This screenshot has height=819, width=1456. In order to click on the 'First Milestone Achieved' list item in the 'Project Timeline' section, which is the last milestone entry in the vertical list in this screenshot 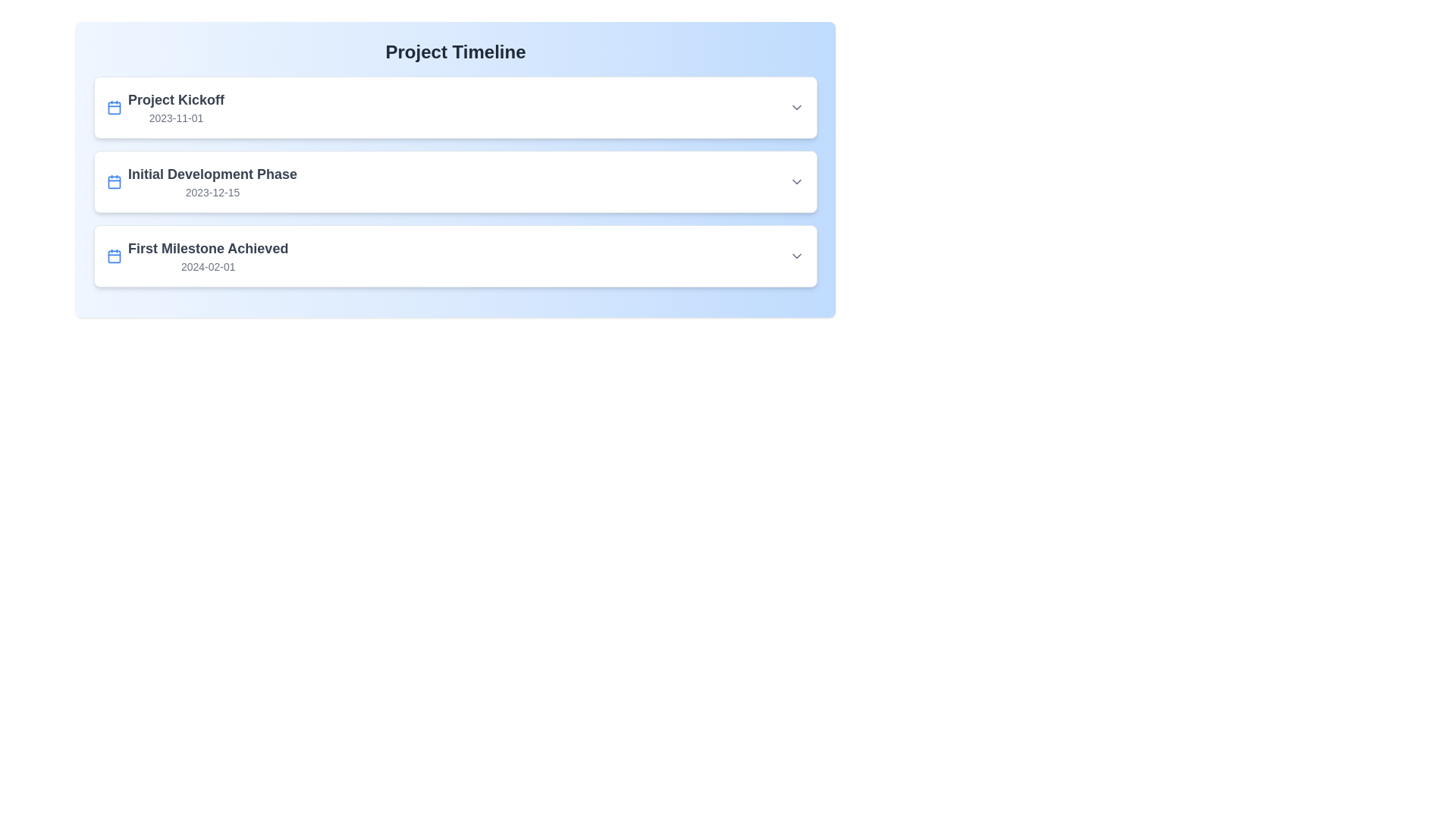, I will do `click(196, 256)`.